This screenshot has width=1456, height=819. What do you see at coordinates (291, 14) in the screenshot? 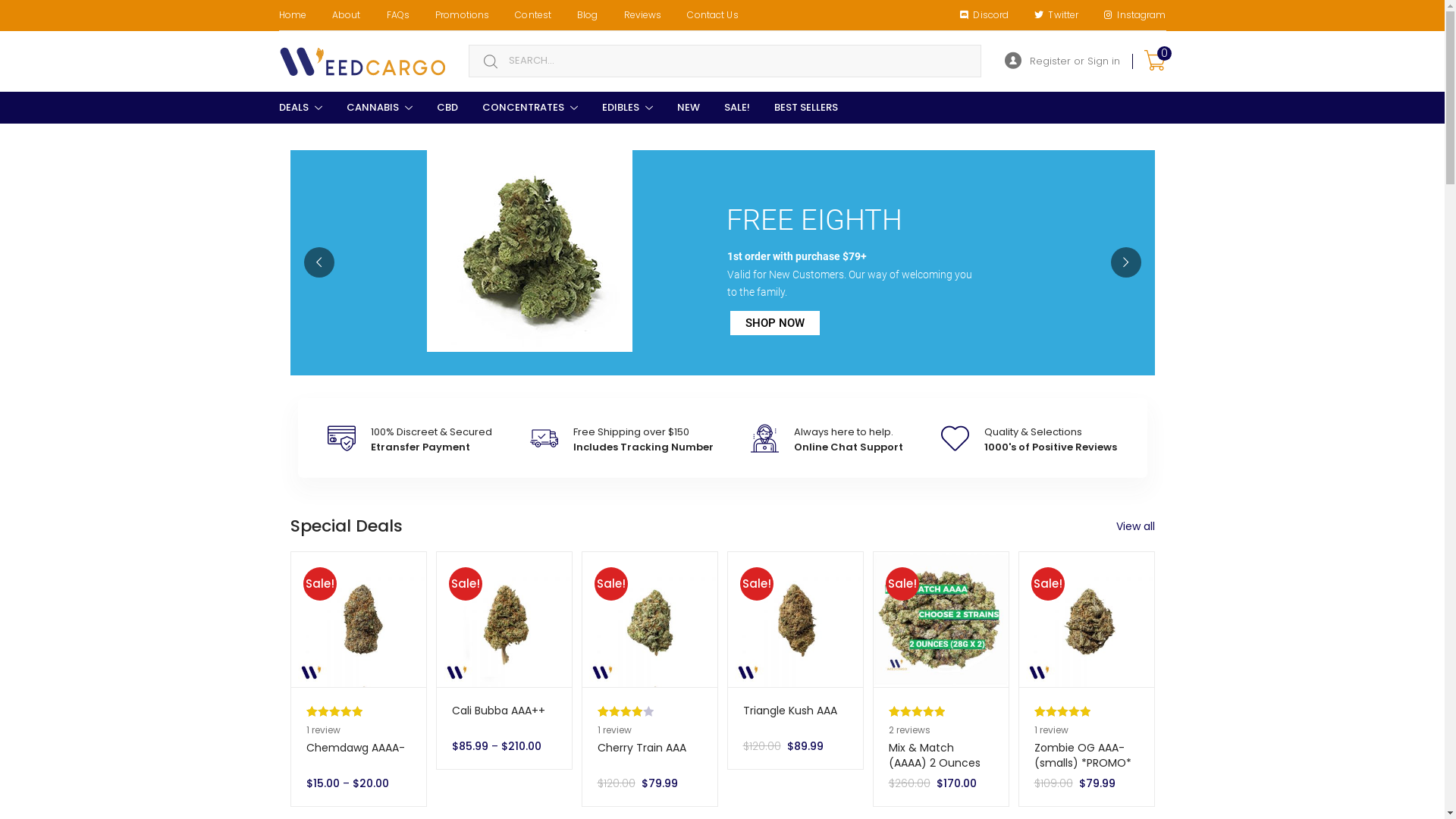
I see `'Home'` at bounding box center [291, 14].